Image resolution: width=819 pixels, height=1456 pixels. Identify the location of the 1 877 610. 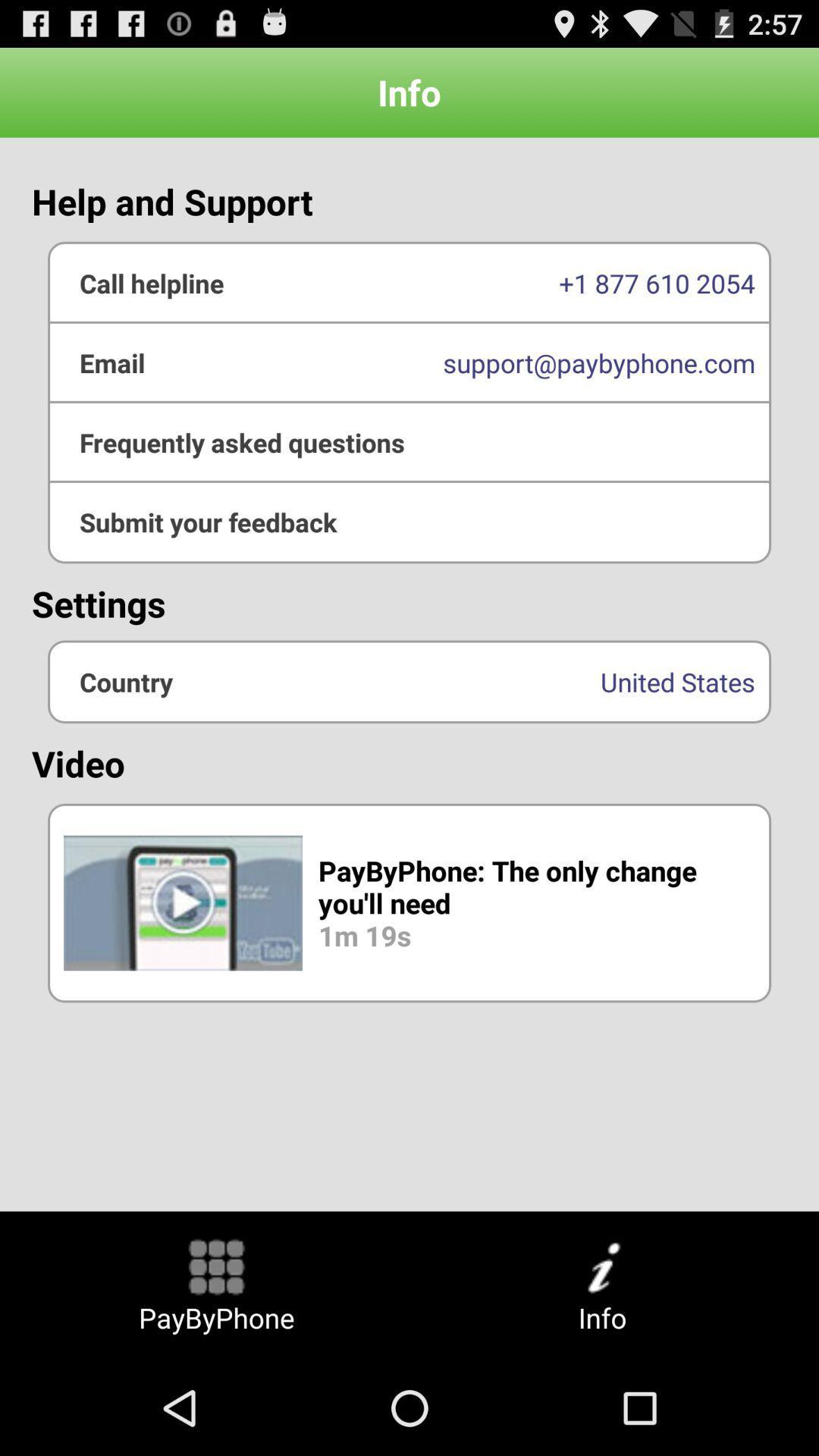
(409, 283).